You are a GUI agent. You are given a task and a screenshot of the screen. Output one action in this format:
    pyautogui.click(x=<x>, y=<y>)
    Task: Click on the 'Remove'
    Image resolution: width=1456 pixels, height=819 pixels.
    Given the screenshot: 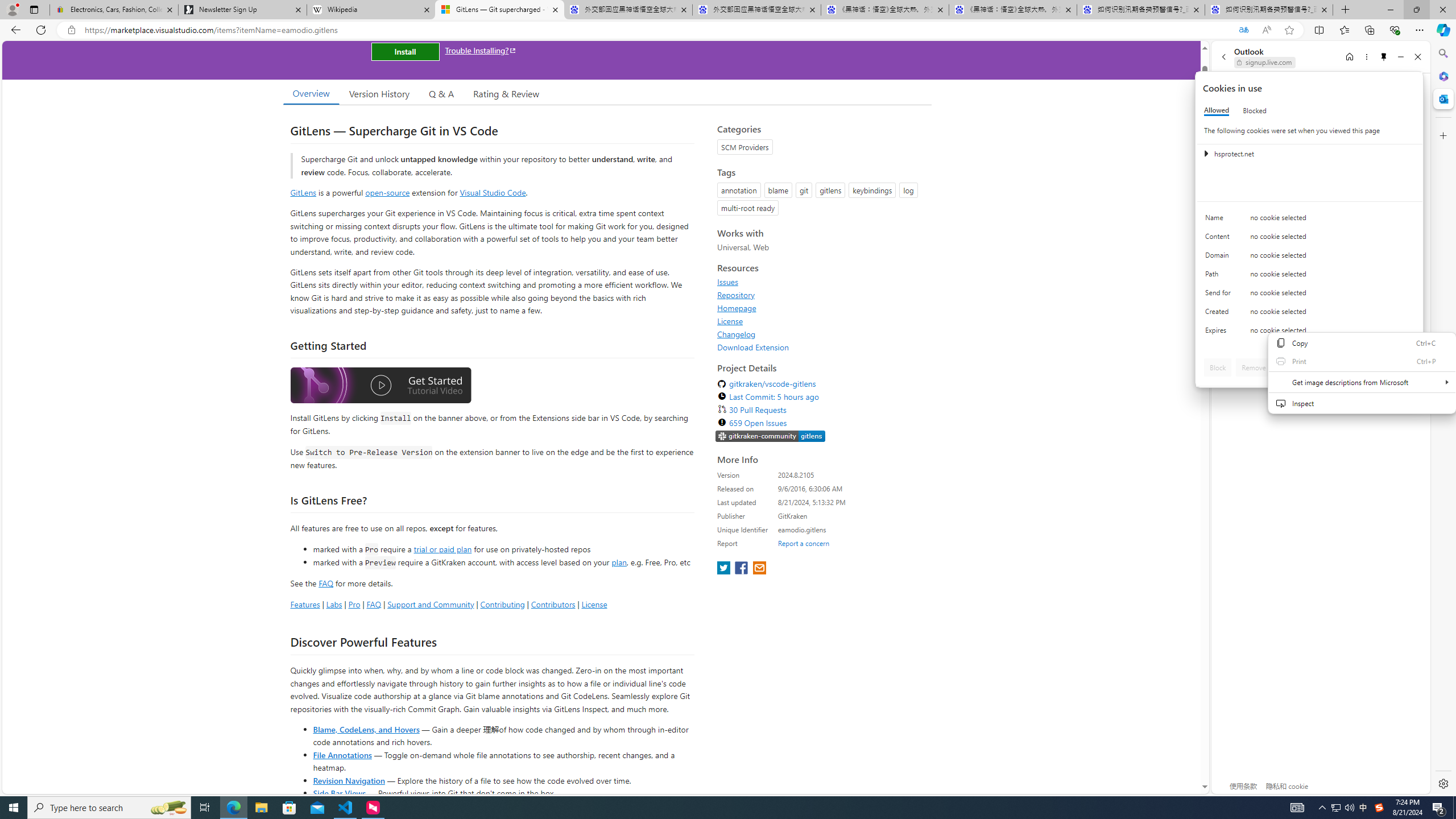 What is the action you would take?
    pyautogui.click(x=1254, y=367)
    